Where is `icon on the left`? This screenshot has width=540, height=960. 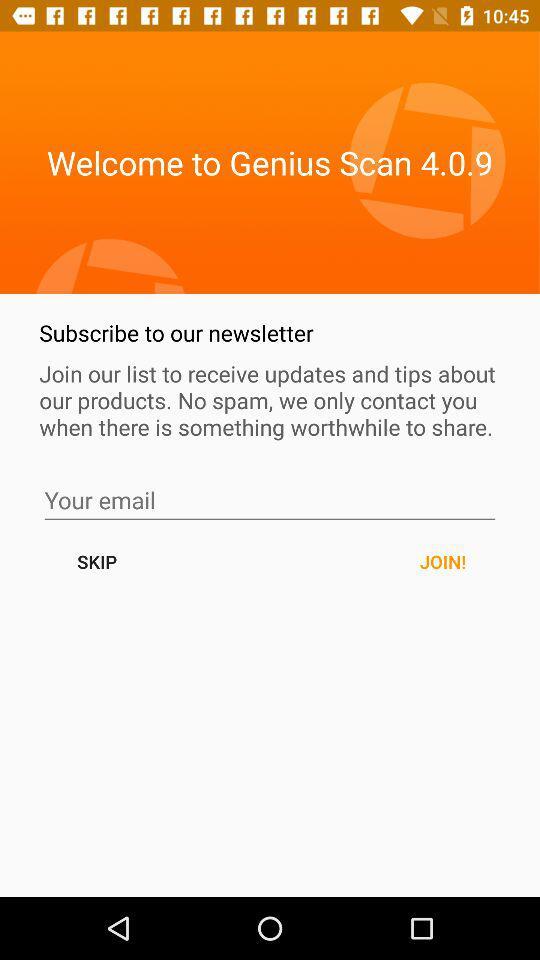 icon on the left is located at coordinates (96, 561).